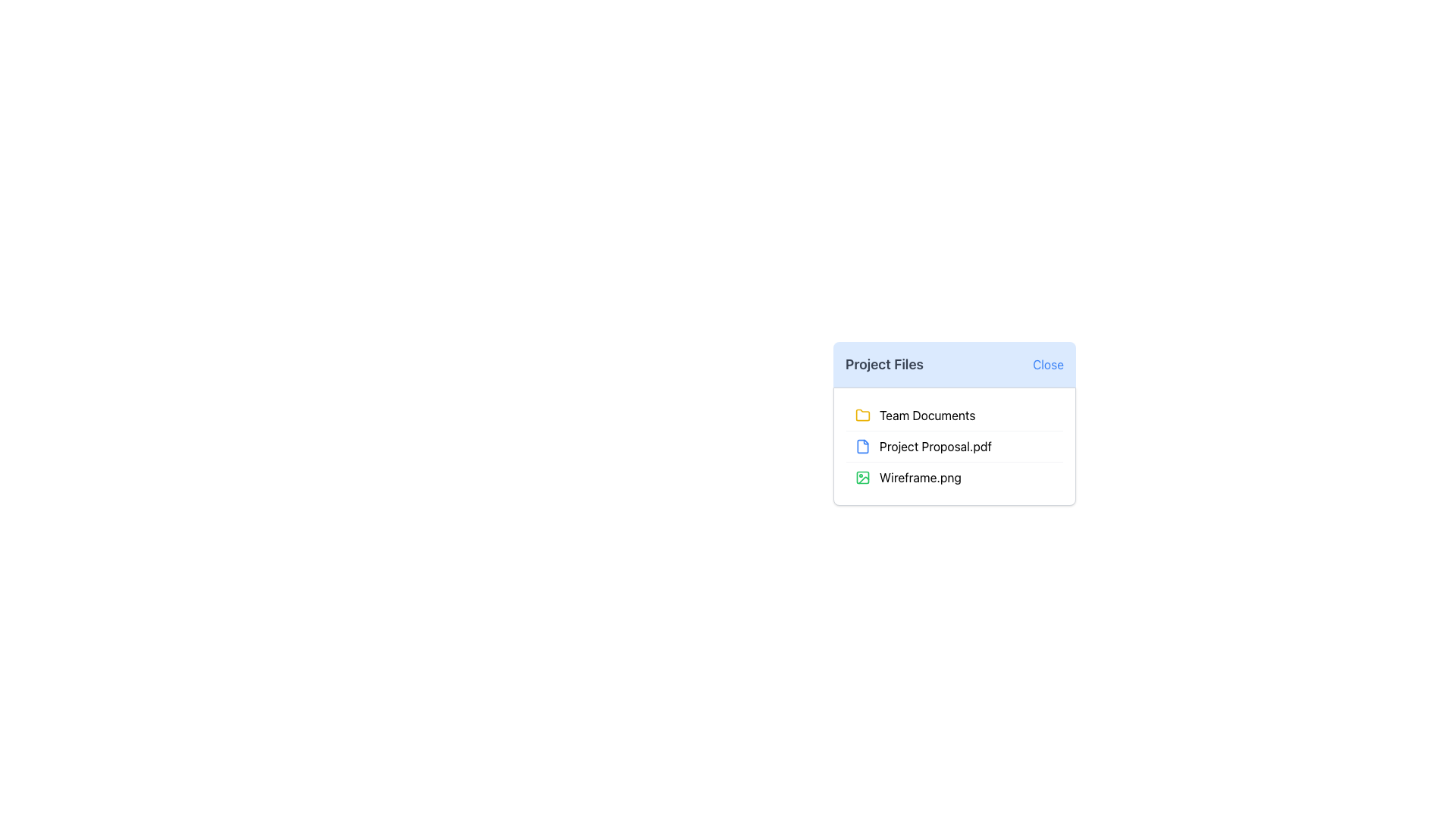 The width and height of the screenshot is (1456, 819). I want to click on the blue document icon located to the left of 'Project Proposal.pdf' in the second row of the 'Project Files' section, so click(862, 446).